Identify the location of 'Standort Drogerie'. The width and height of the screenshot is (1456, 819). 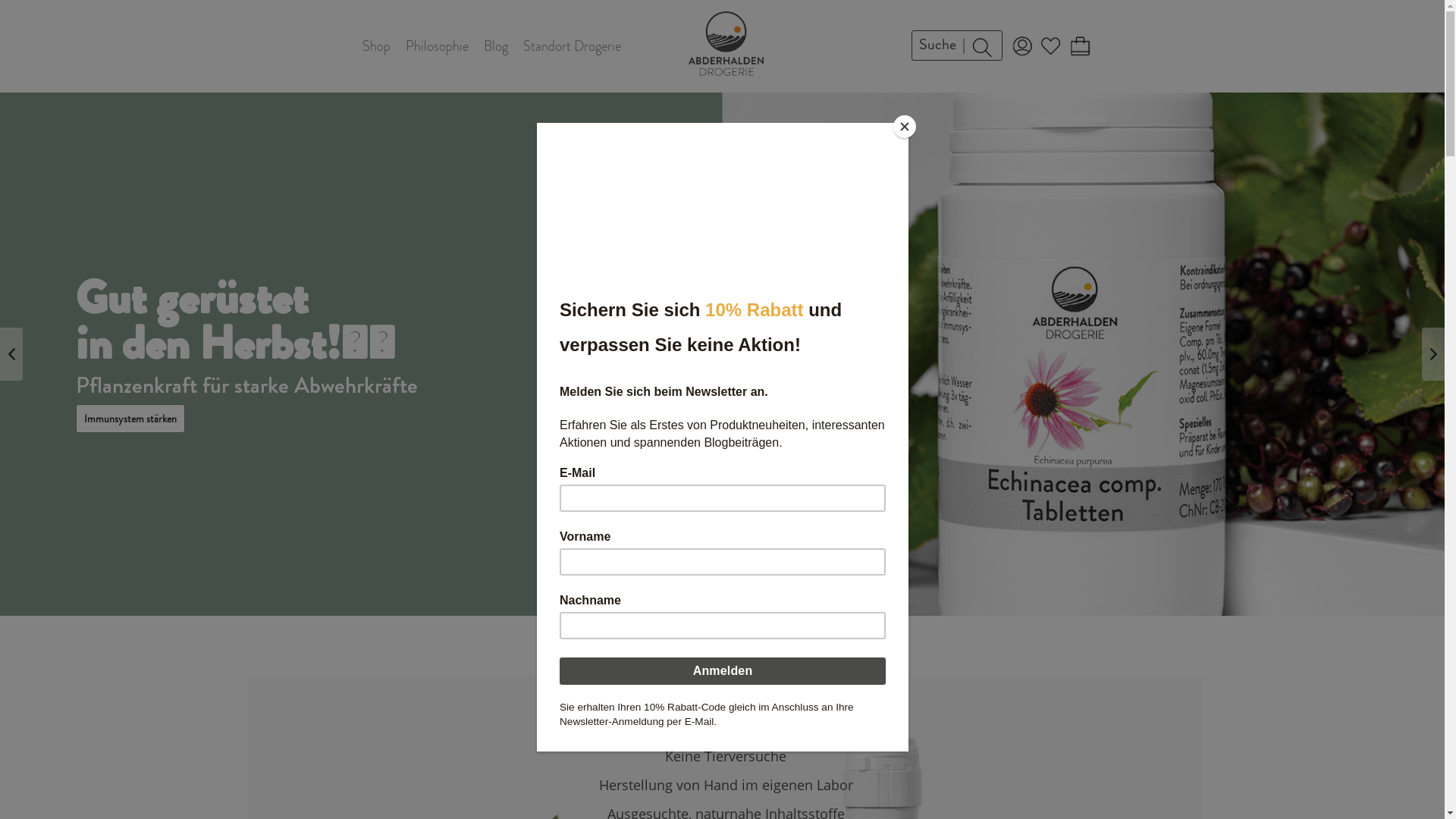
(571, 45).